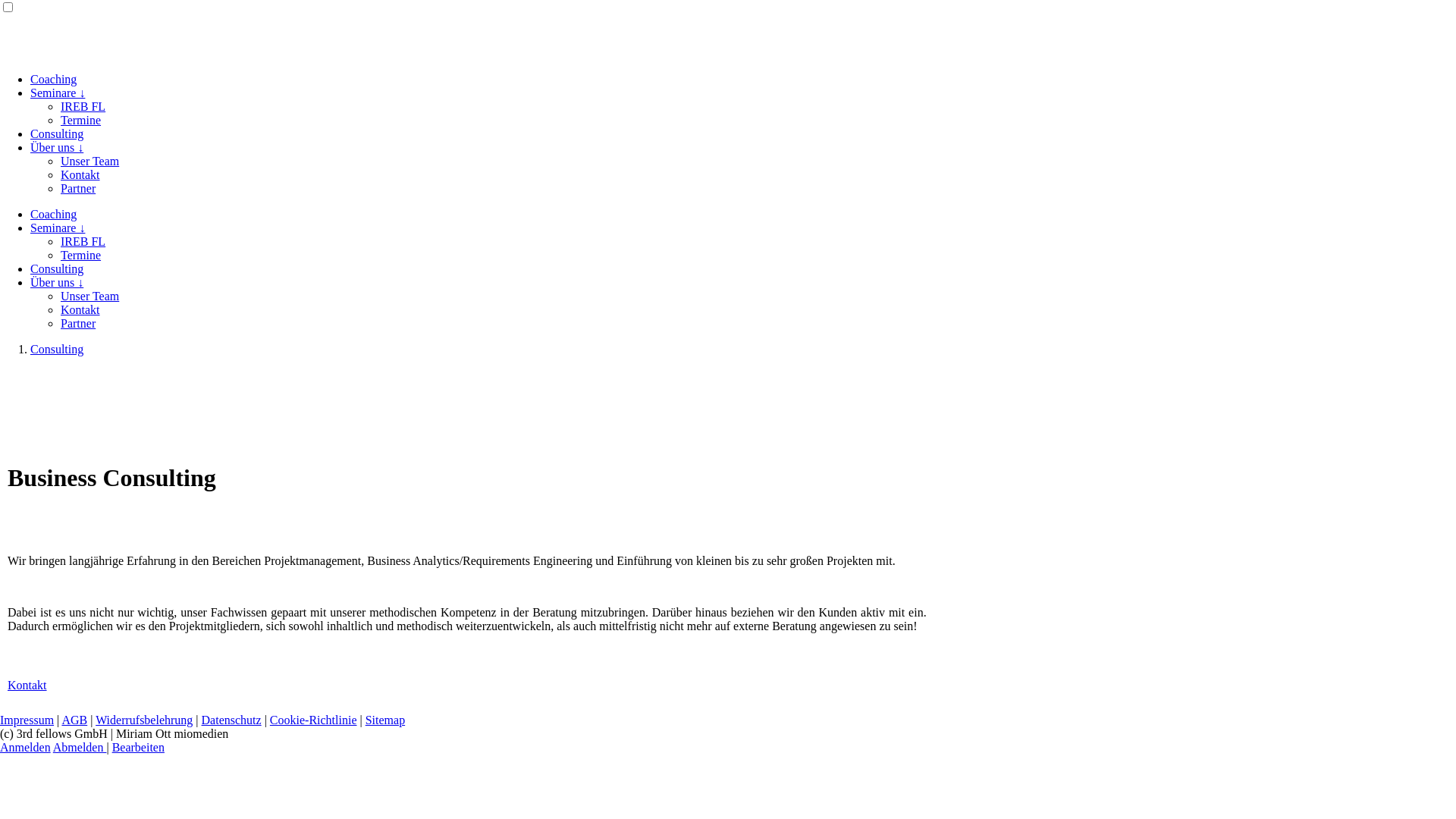 The width and height of the screenshot is (1456, 819). I want to click on 'Termine', so click(80, 119).